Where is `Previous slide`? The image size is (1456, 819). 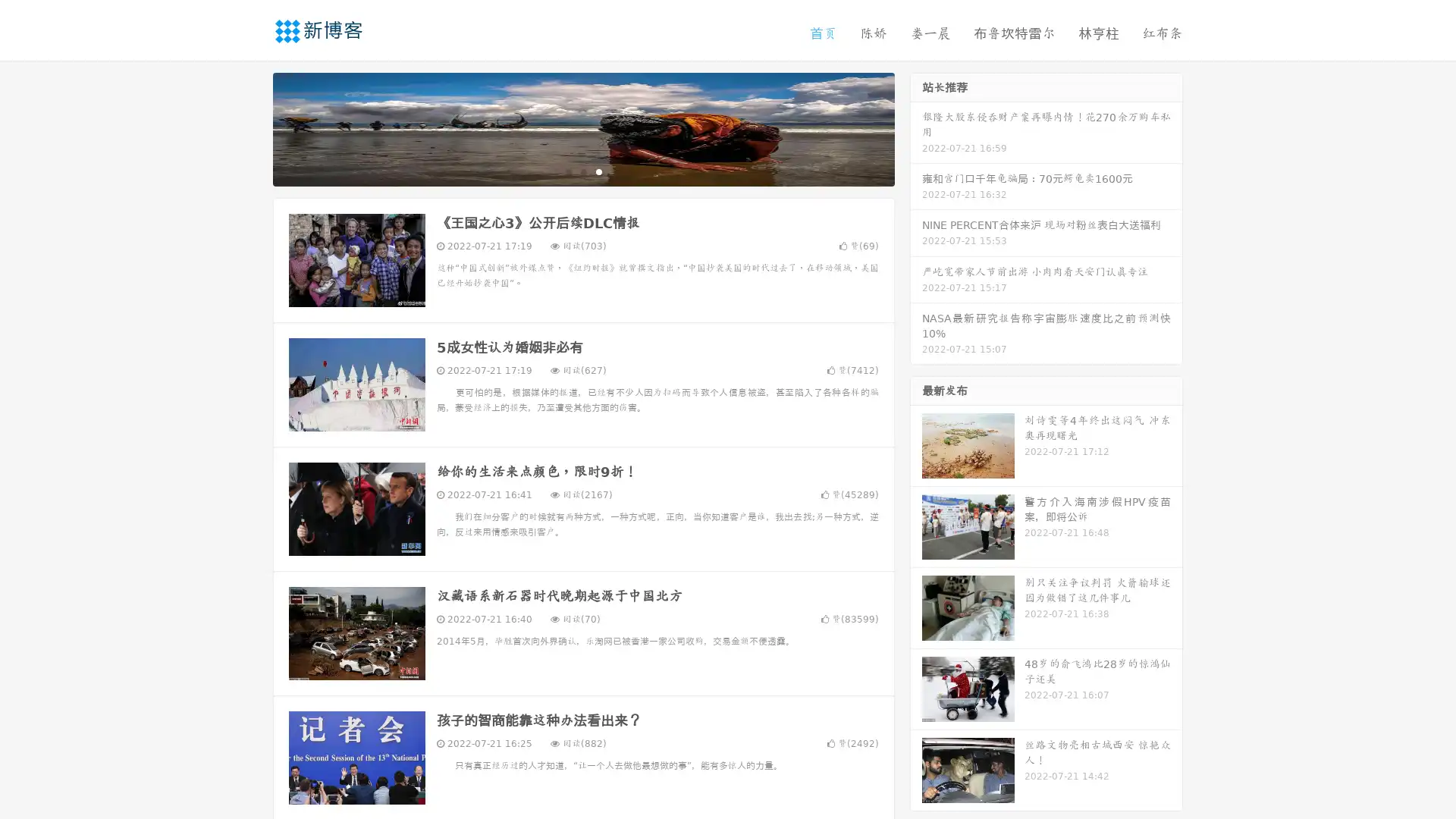 Previous slide is located at coordinates (250, 127).